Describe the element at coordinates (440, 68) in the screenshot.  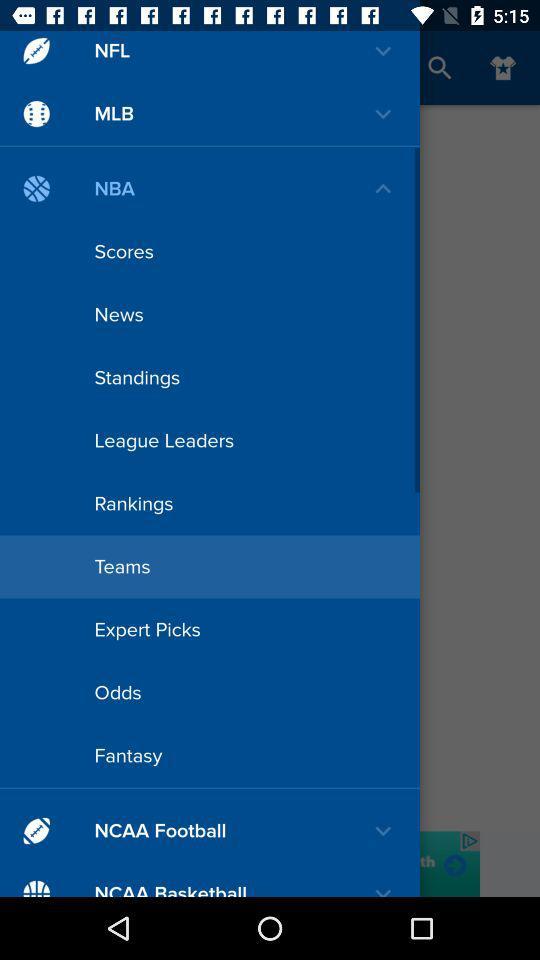
I see `the search icon` at that location.